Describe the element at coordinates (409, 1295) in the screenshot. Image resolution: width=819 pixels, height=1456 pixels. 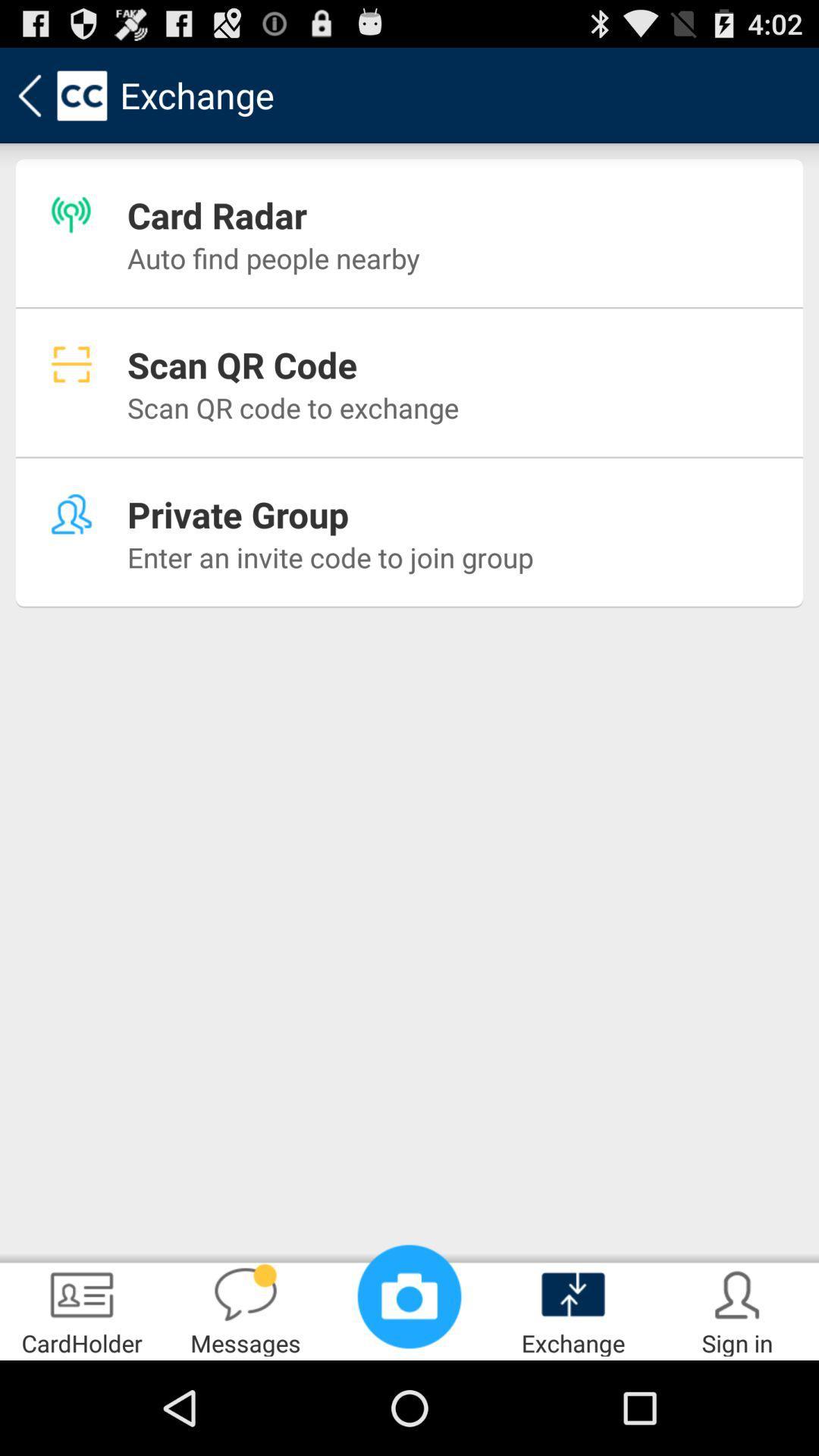
I see `the item below the enter an invite item` at that location.